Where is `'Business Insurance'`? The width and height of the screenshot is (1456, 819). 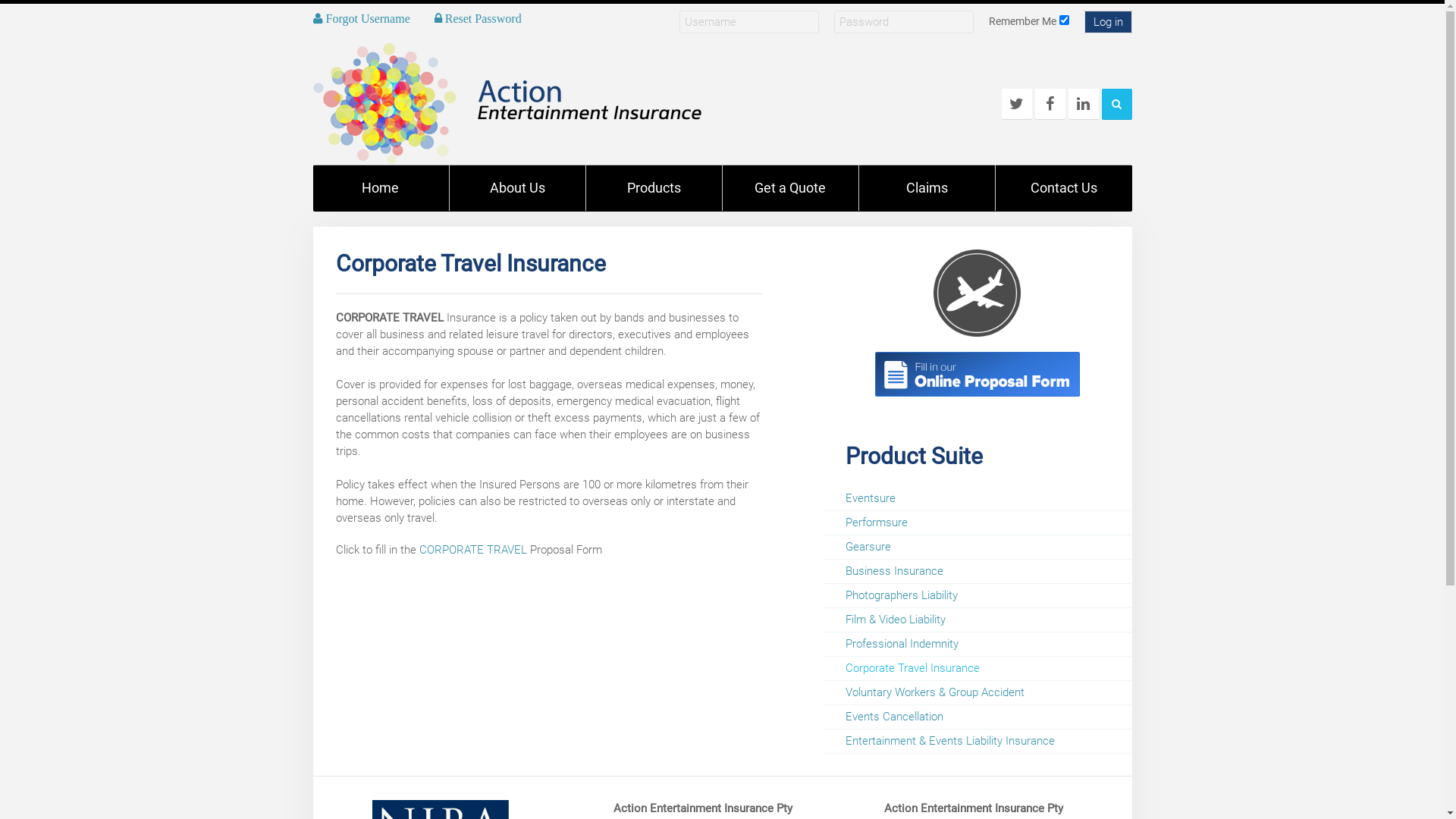
'Business Insurance' is located at coordinates (821, 570).